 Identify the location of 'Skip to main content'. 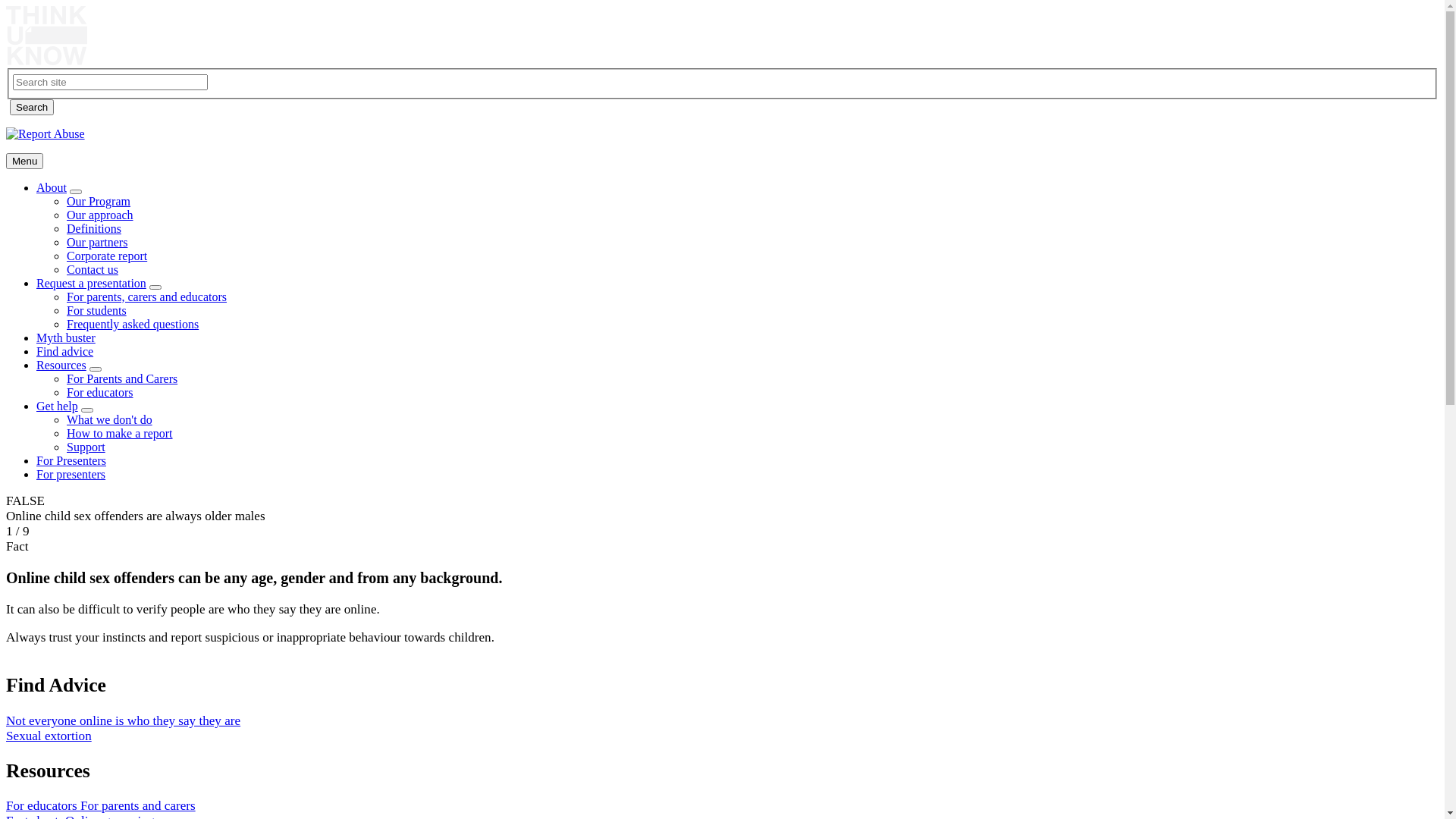
(6, 6).